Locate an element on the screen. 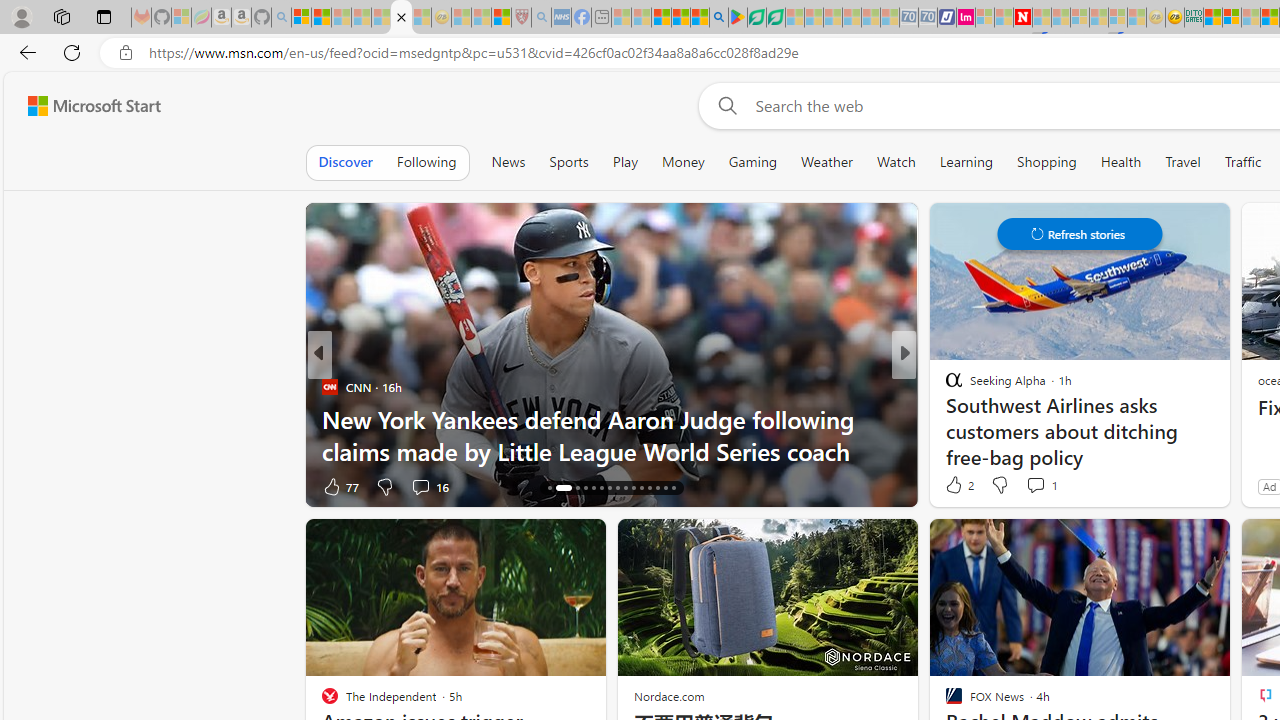 This screenshot has width=1280, height=720. 'AutomationID: tab-22' is located at coordinates (608, 488).